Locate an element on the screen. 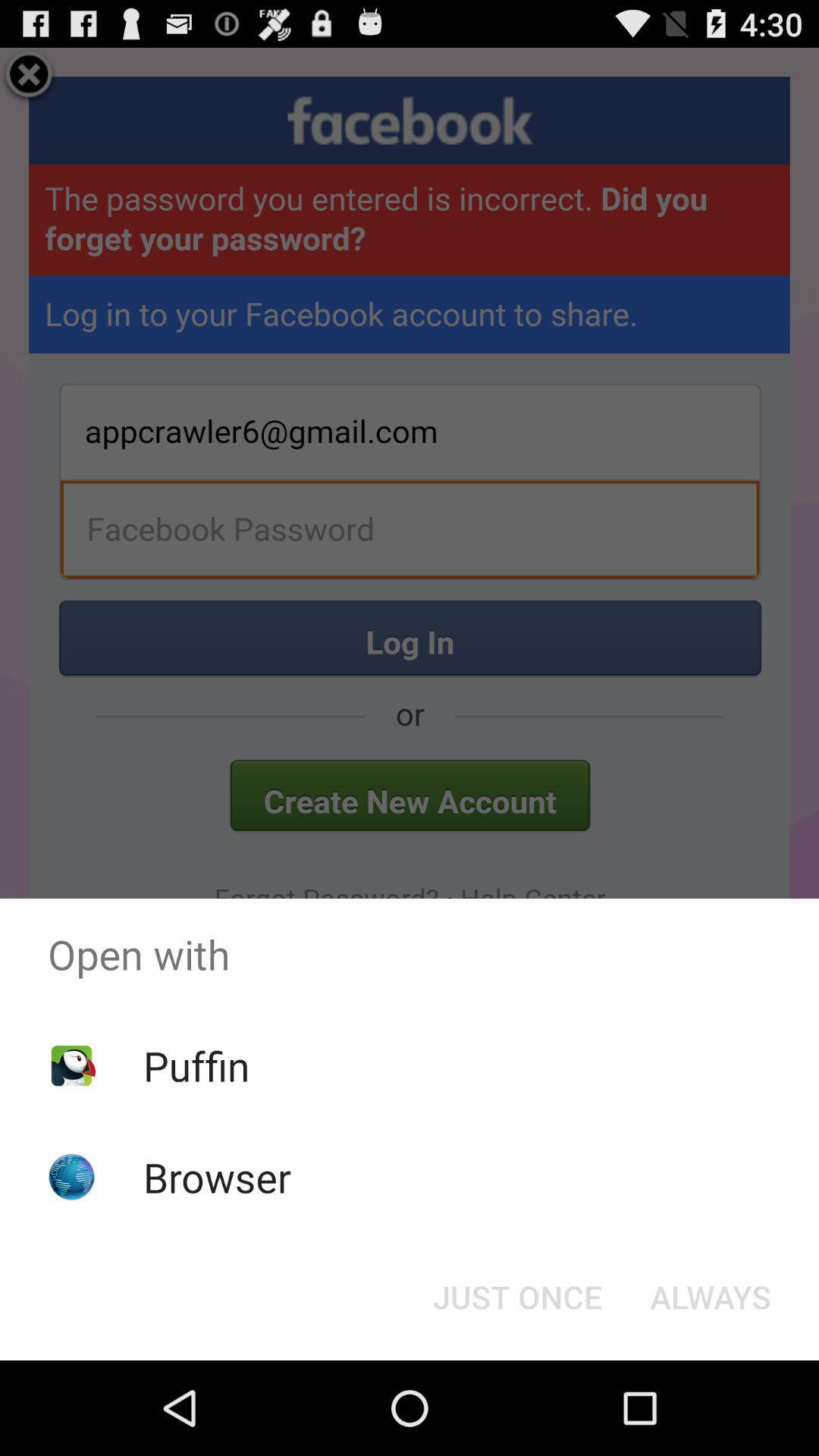 The image size is (819, 1456). just once button is located at coordinates (516, 1295).